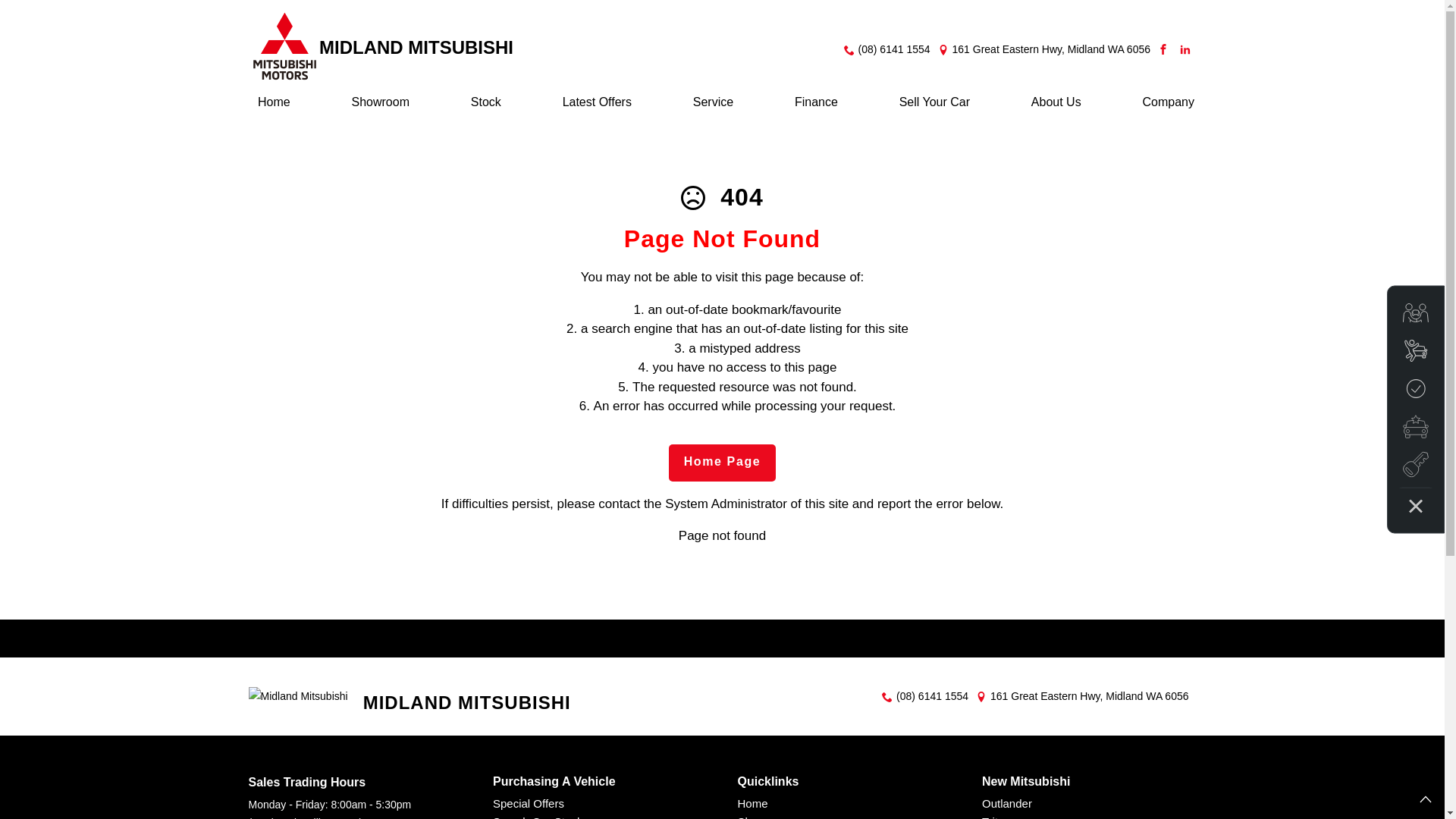  Describe the element at coordinates (1055, 107) in the screenshot. I see `'About Us'` at that location.